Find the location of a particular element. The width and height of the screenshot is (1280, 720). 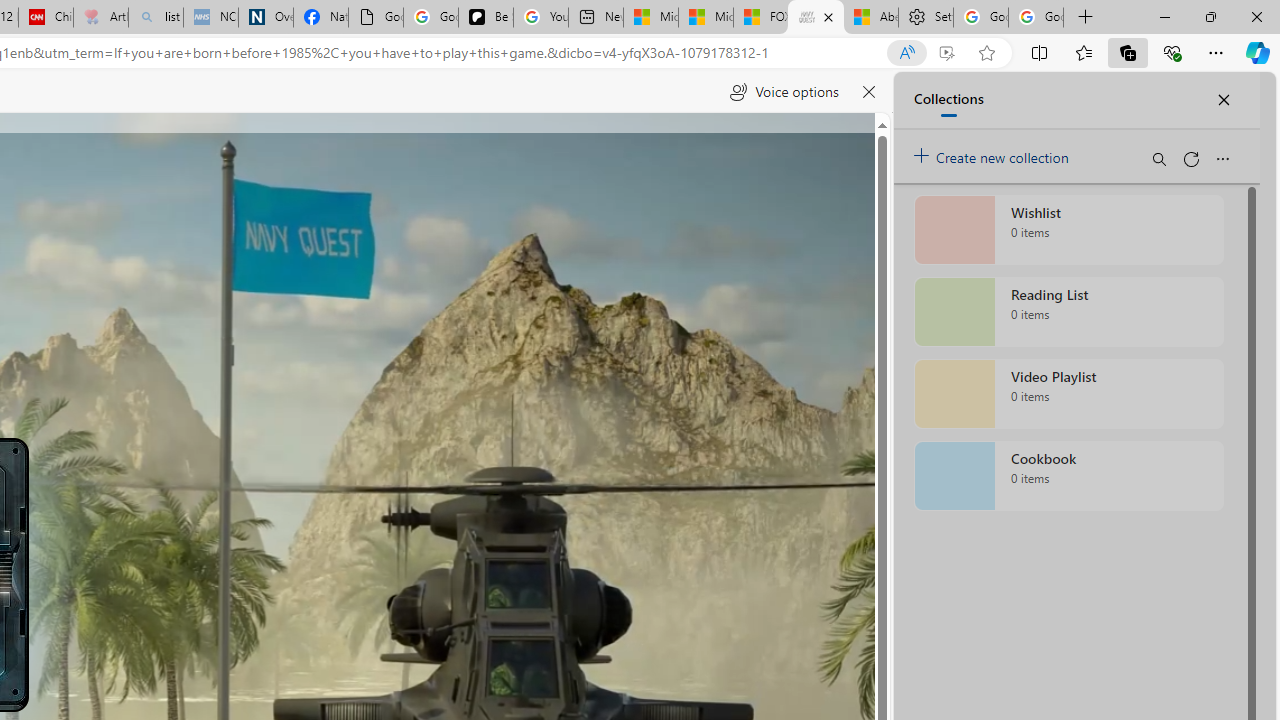

'Minimize' is located at coordinates (1164, 16).